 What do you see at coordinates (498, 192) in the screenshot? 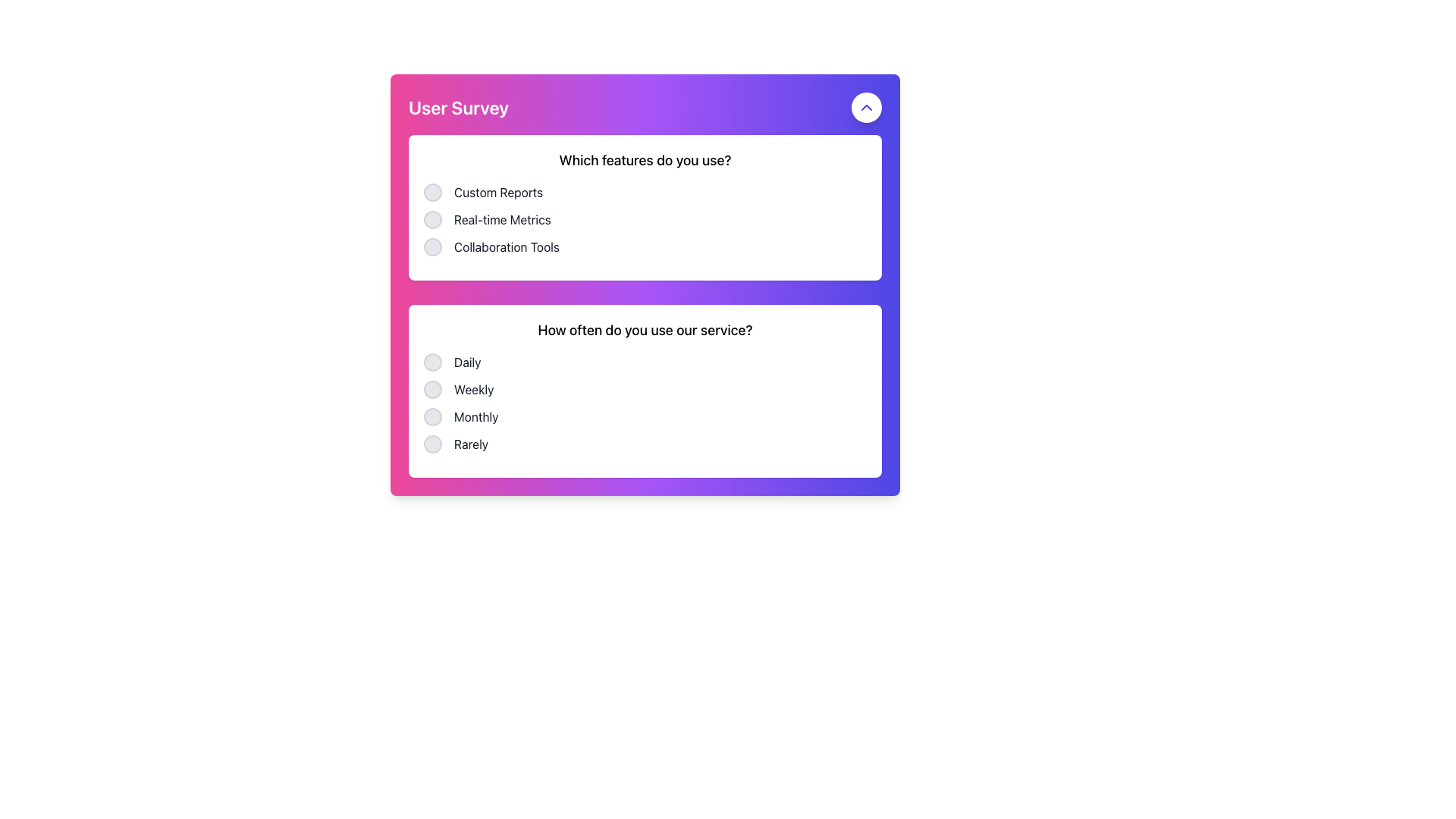
I see `the Text Label for 'Custom Reports', which is positioned under the survey question 'Which features do you use?' and is the first option in the list, located to the right of the selection circular button` at bounding box center [498, 192].